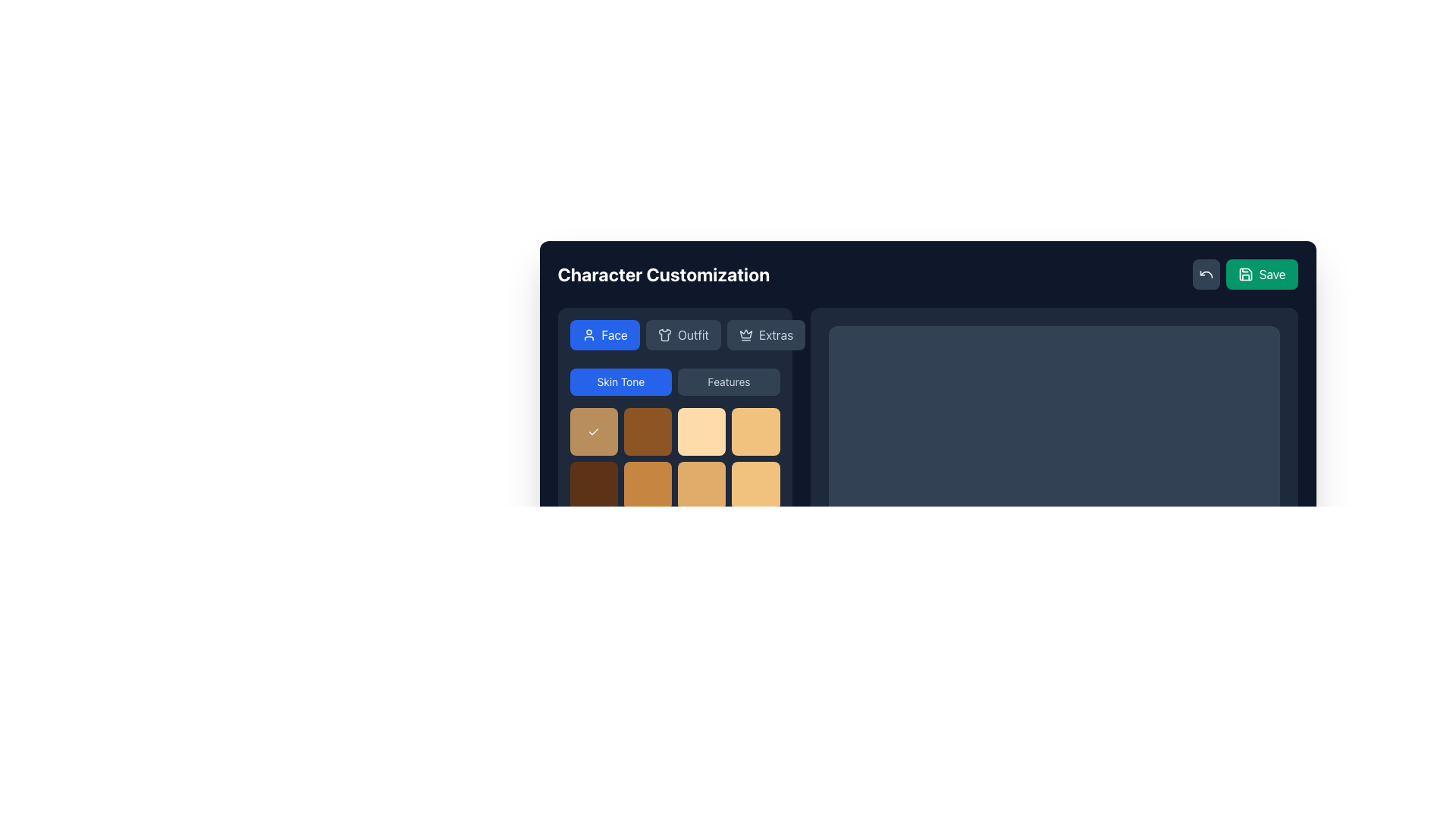 The width and height of the screenshot is (1456, 819). What do you see at coordinates (683, 541) in the screenshot?
I see `the color input element with a value of '#B88E5C'` at bounding box center [683, 541].